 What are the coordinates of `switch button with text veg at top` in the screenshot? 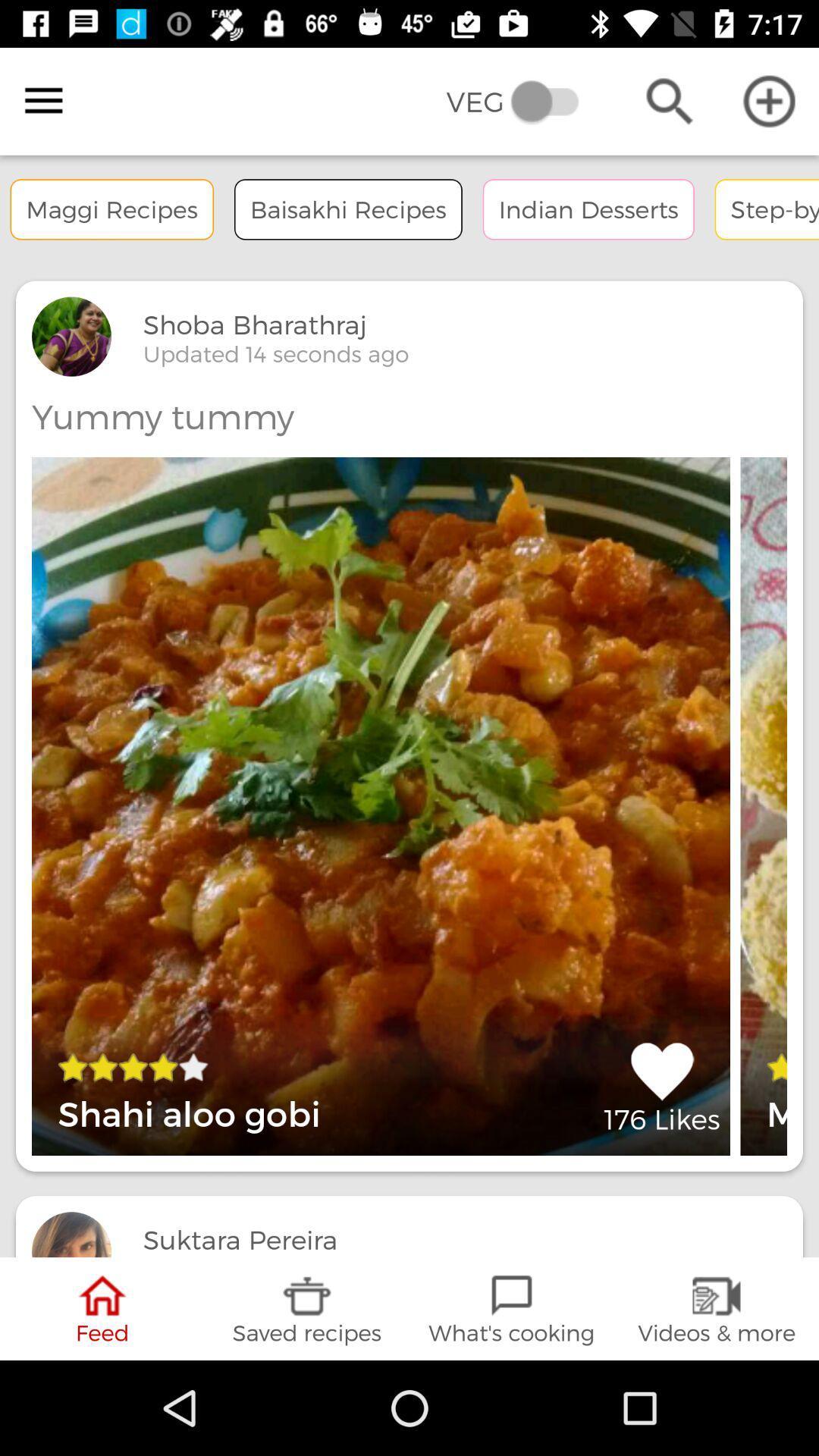 It's located at (522, 101).